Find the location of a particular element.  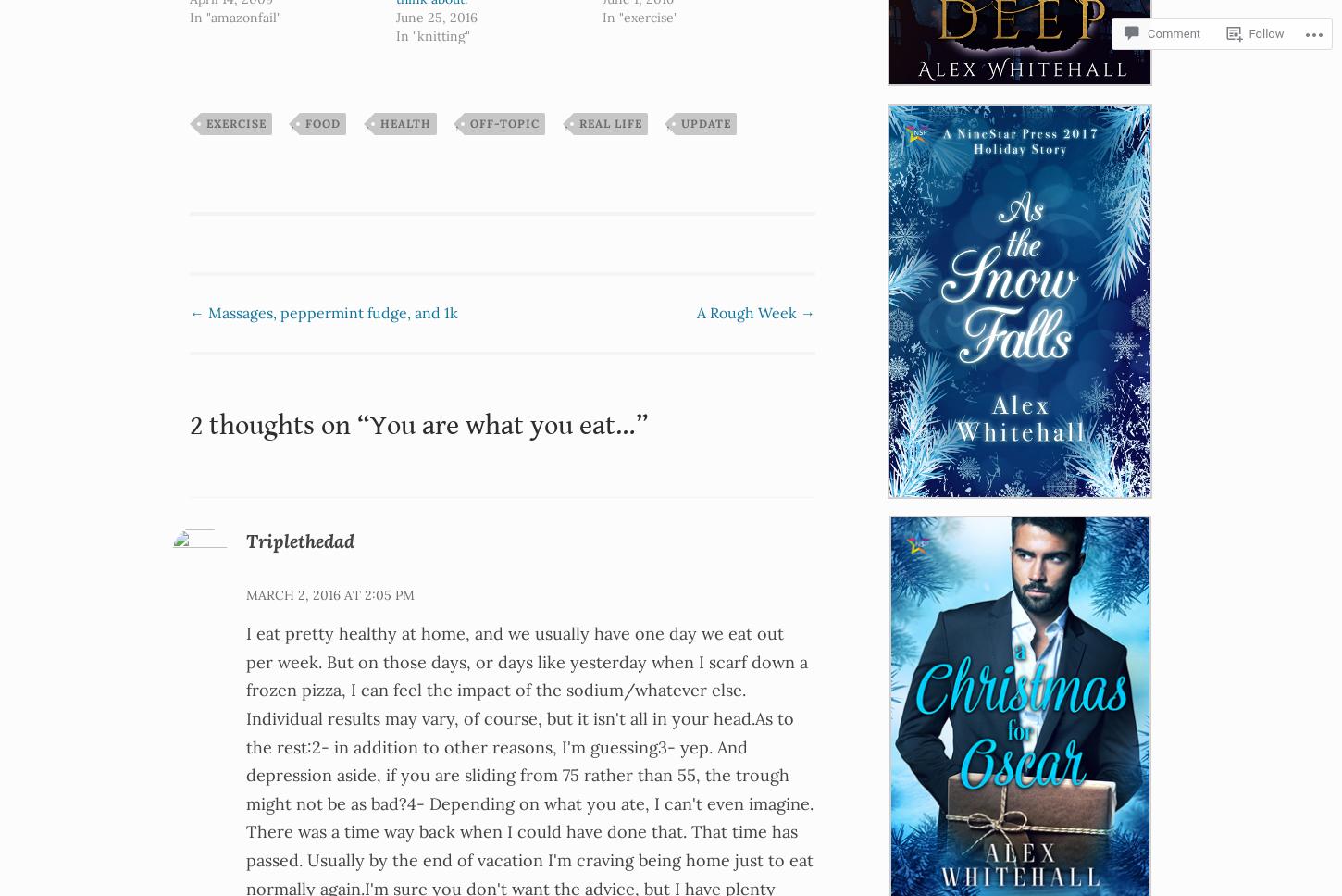

'health' is located at coordinates (404, 121).